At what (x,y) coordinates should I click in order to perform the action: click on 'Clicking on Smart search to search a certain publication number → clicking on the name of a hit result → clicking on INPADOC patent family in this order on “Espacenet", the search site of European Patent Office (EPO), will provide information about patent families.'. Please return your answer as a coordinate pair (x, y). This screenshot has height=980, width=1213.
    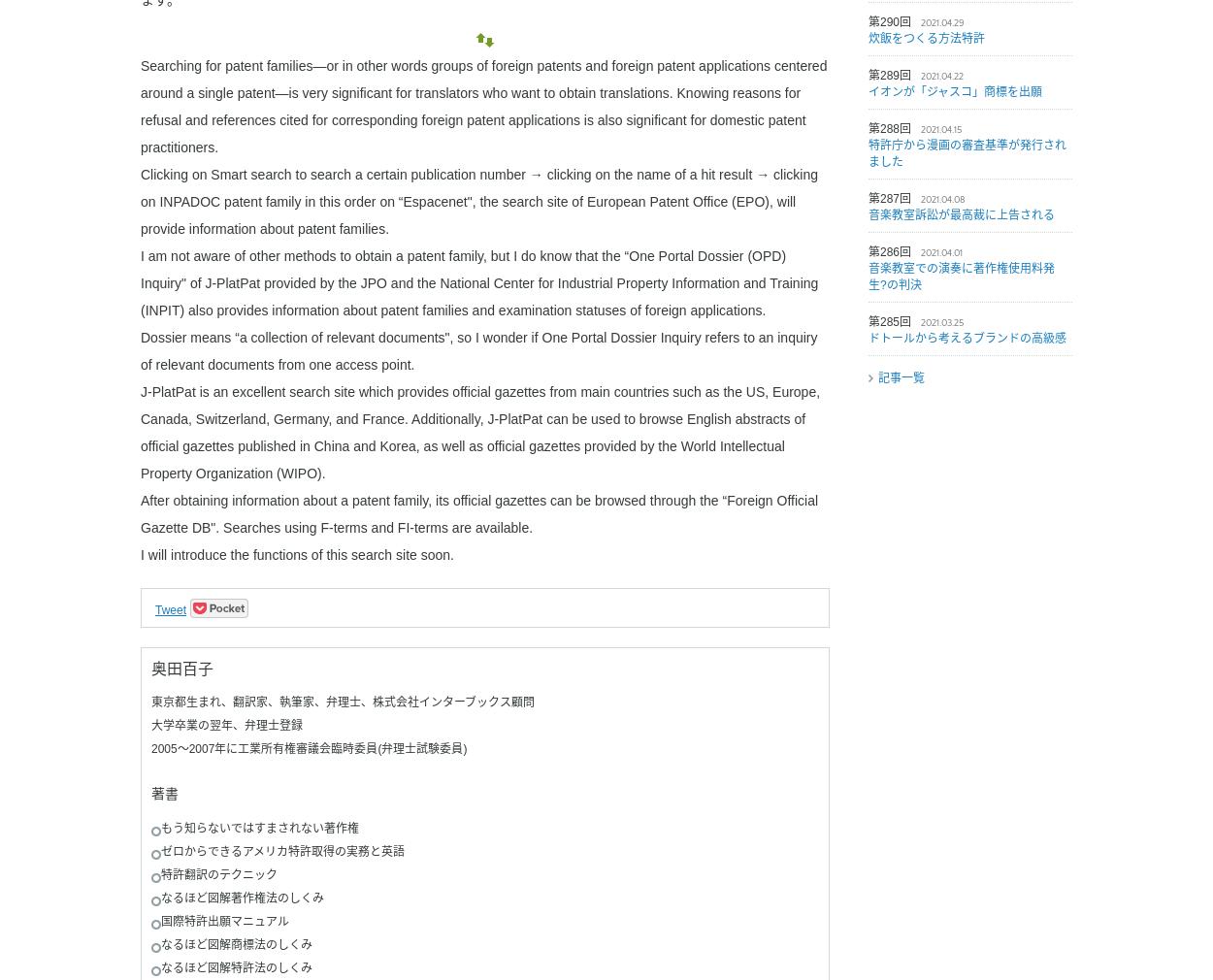
    Looking at the image, I should click on (478, 200).